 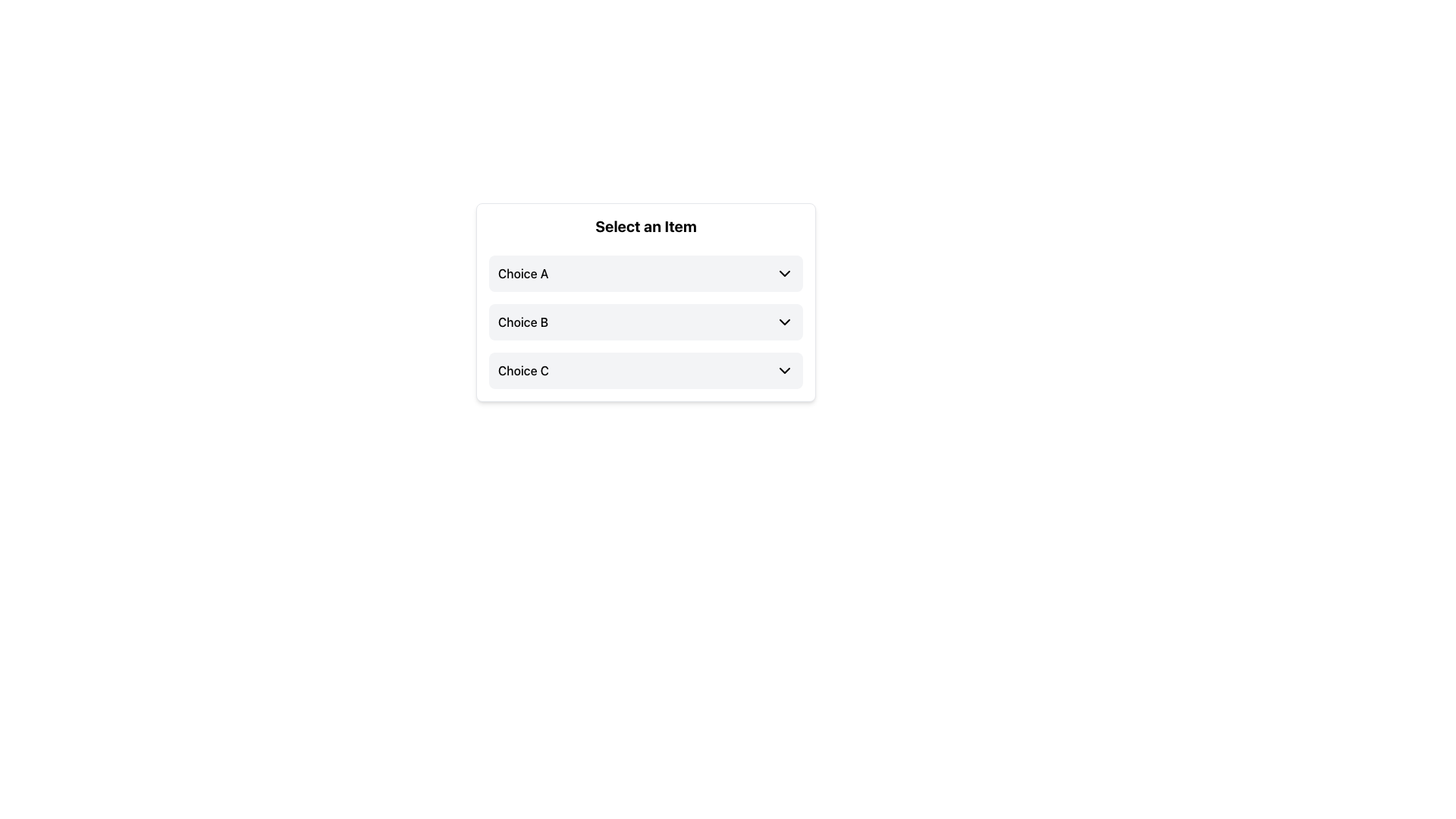 I want to click on the 'Choice A' text label, which is the first option in the dropdown menu displaying three options, so click(x=523, y=274).